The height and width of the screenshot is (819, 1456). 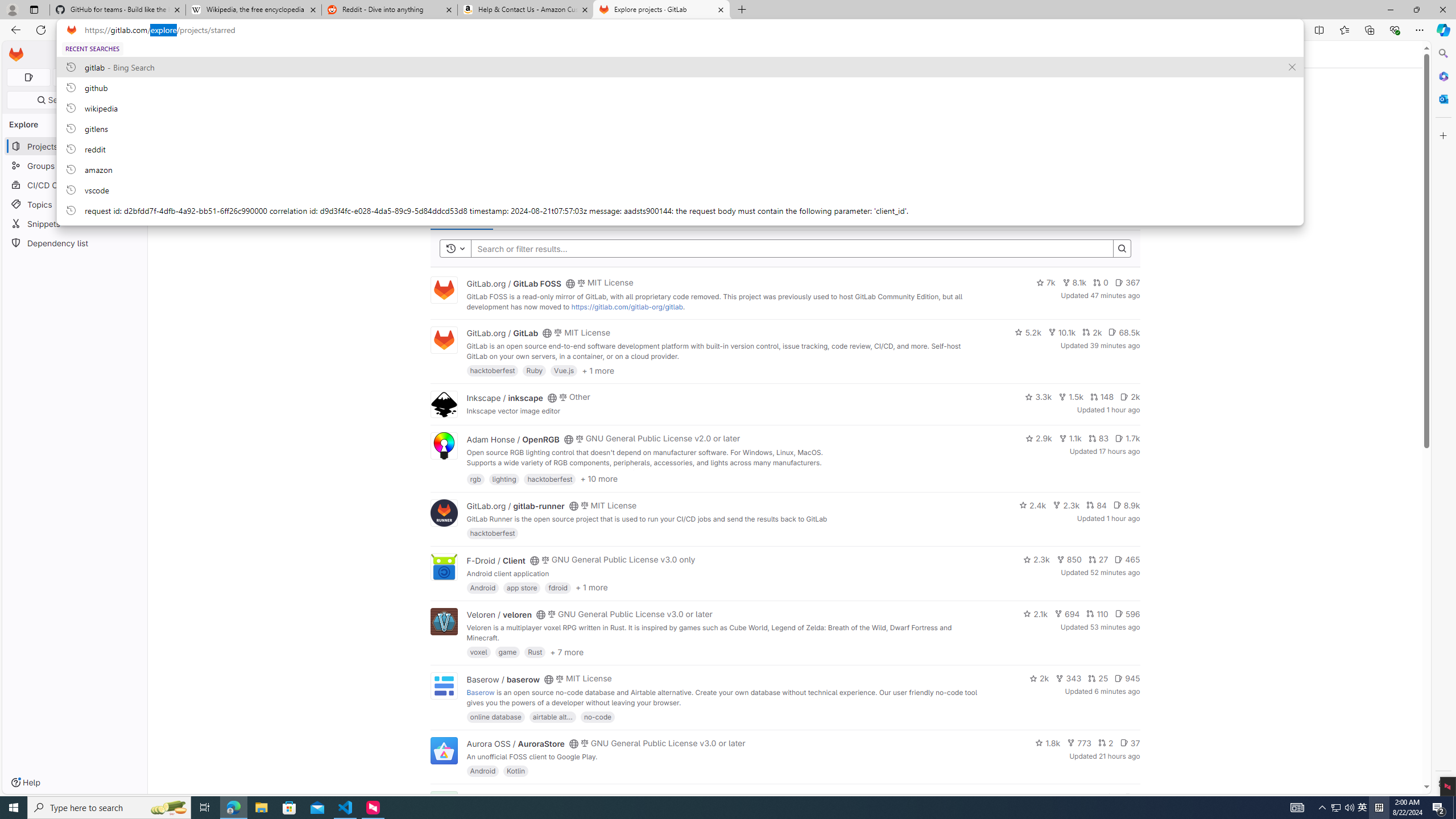 I want to click on 'Homepage', so click(x=16, y=54).